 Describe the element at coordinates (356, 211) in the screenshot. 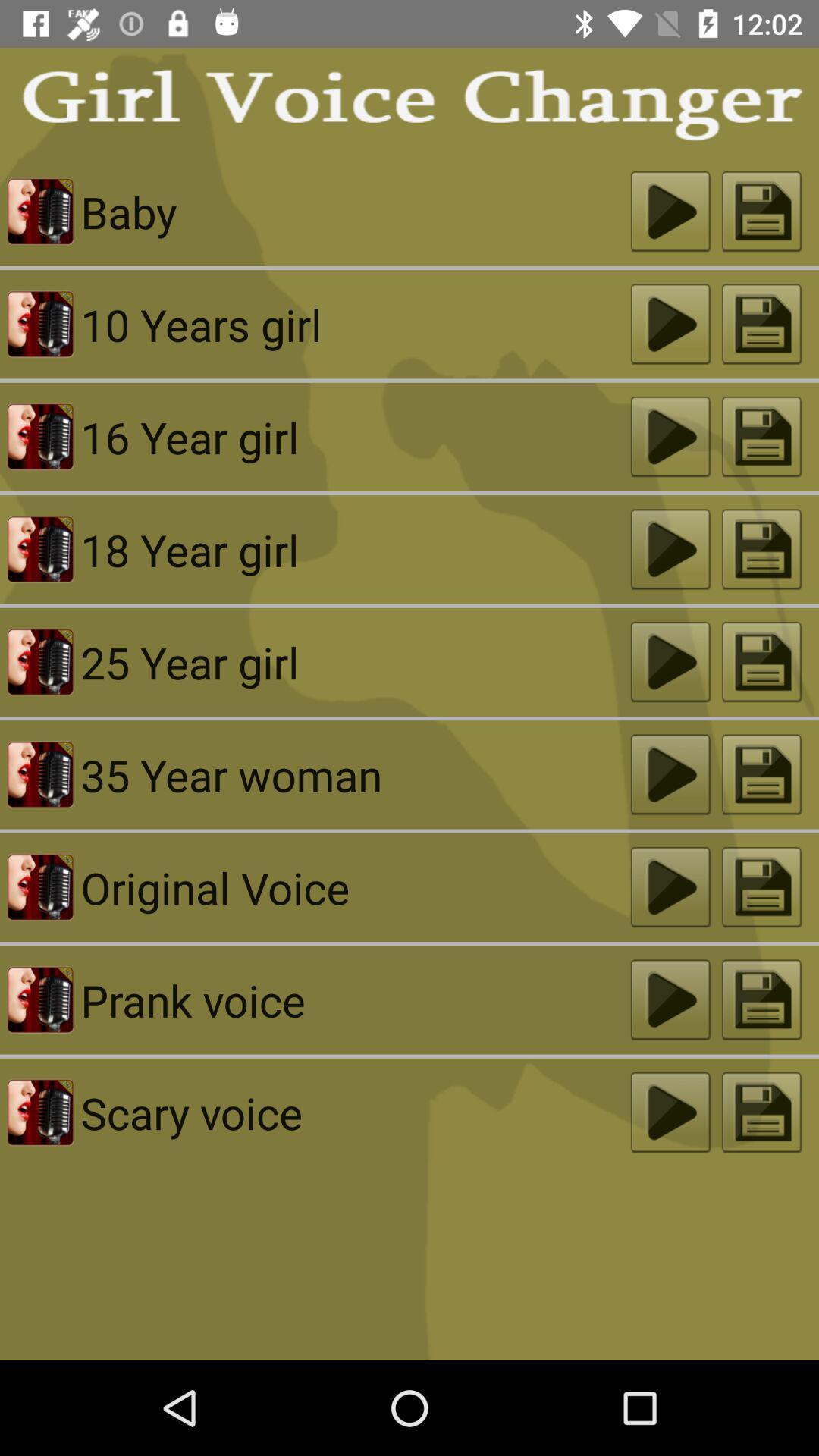

I see `the baby` at that location.